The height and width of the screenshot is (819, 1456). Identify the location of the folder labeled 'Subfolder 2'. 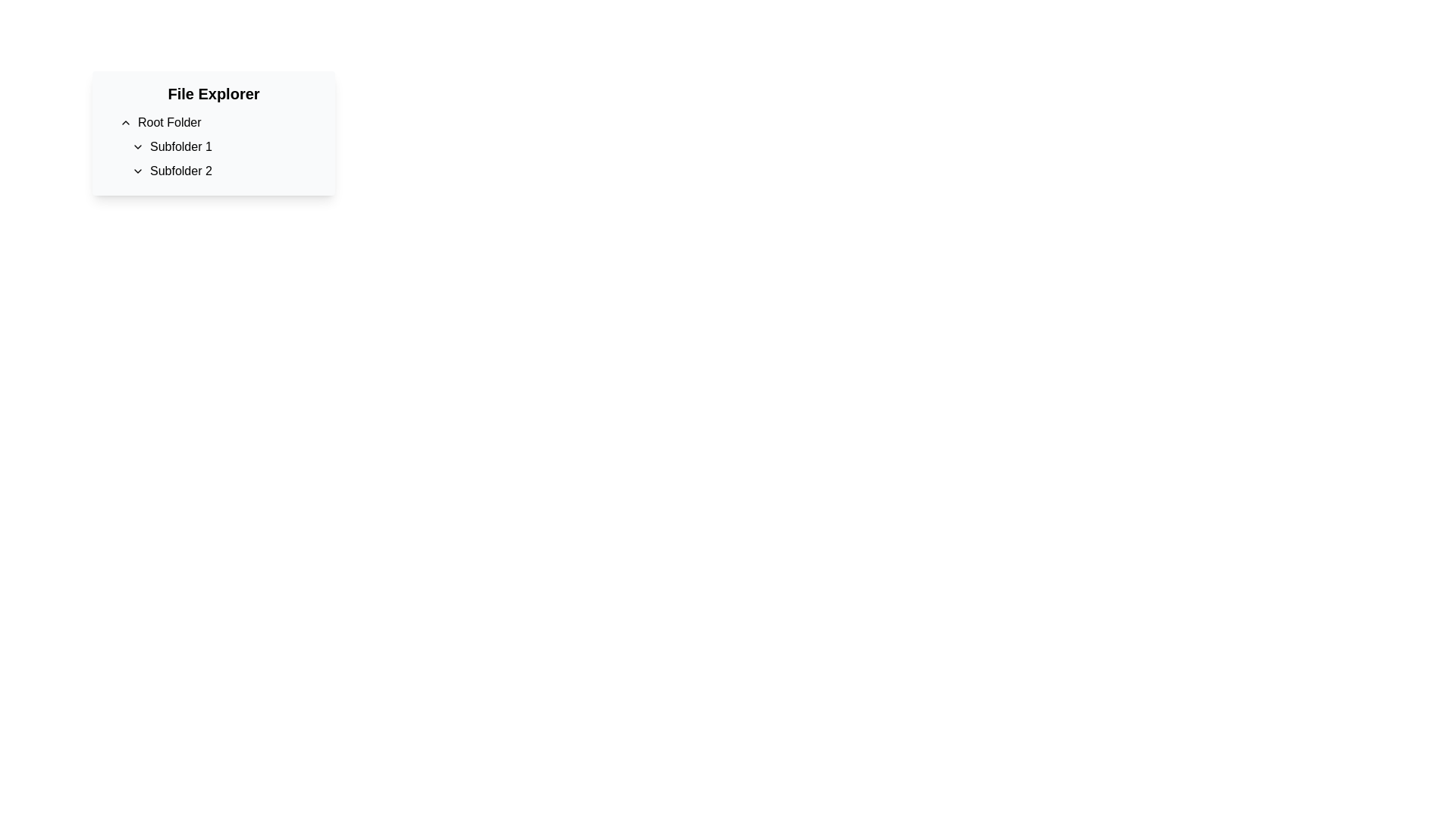
(180, 171).